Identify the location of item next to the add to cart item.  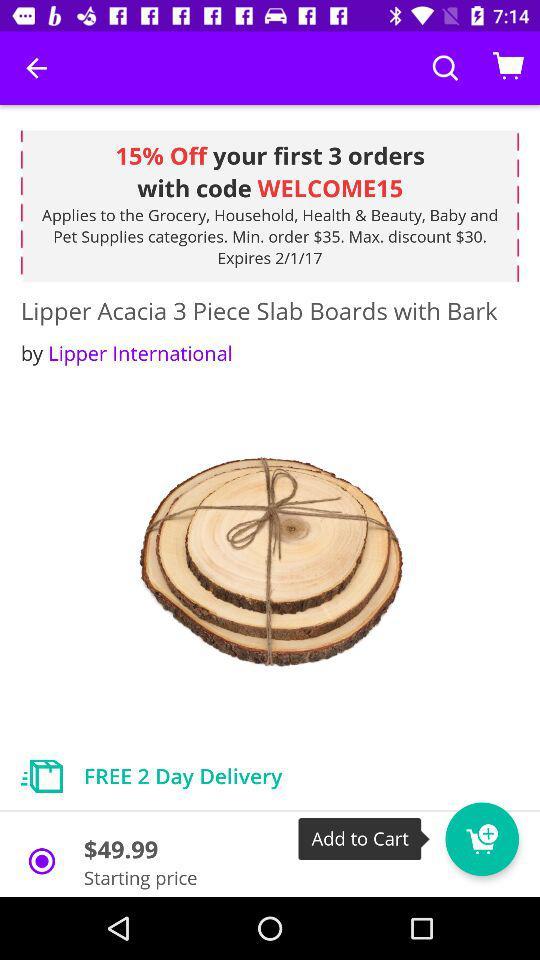
(481, 839).